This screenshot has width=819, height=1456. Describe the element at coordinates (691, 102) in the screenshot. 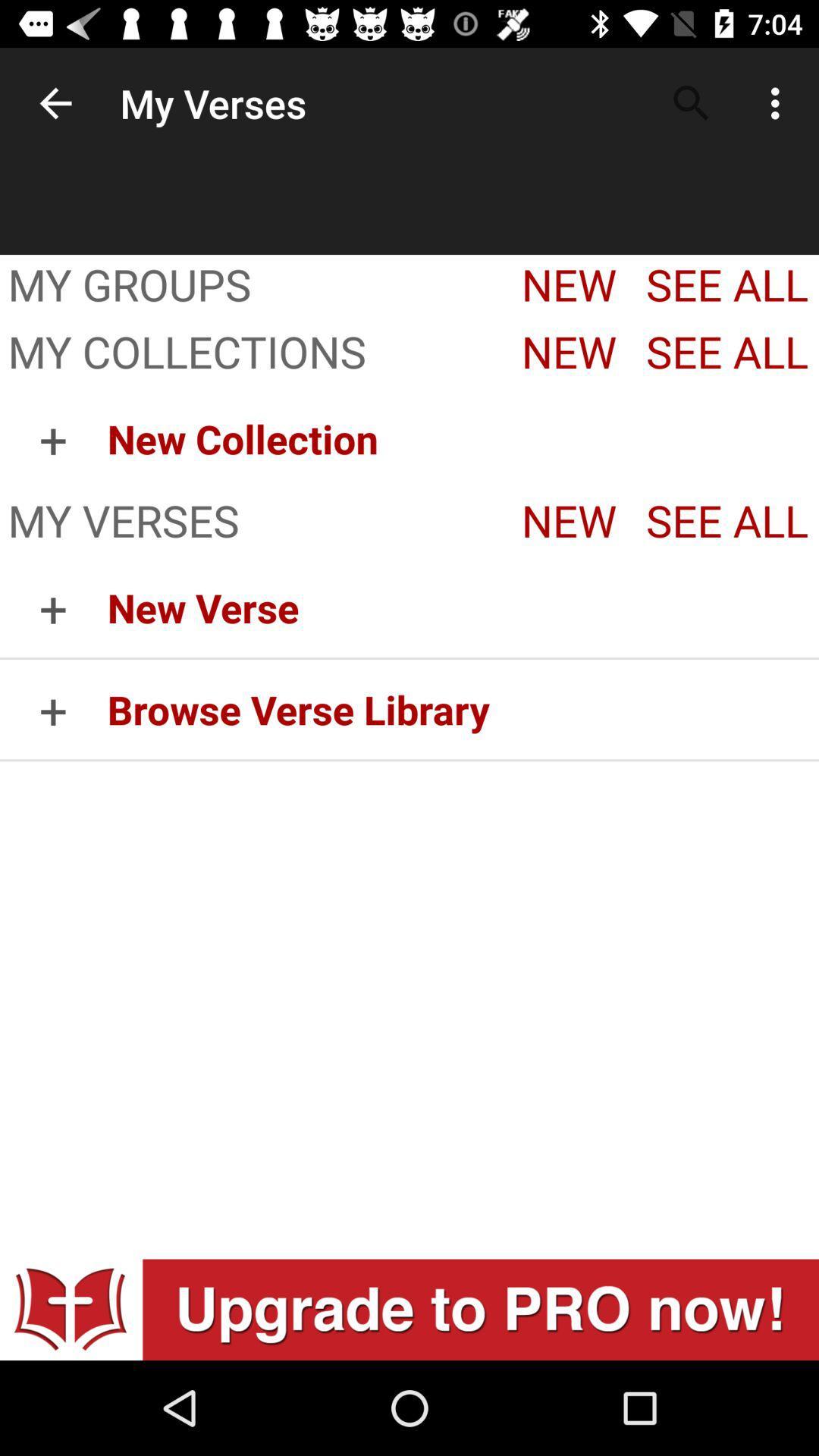

I see `item to the right of my verses item` at that location.